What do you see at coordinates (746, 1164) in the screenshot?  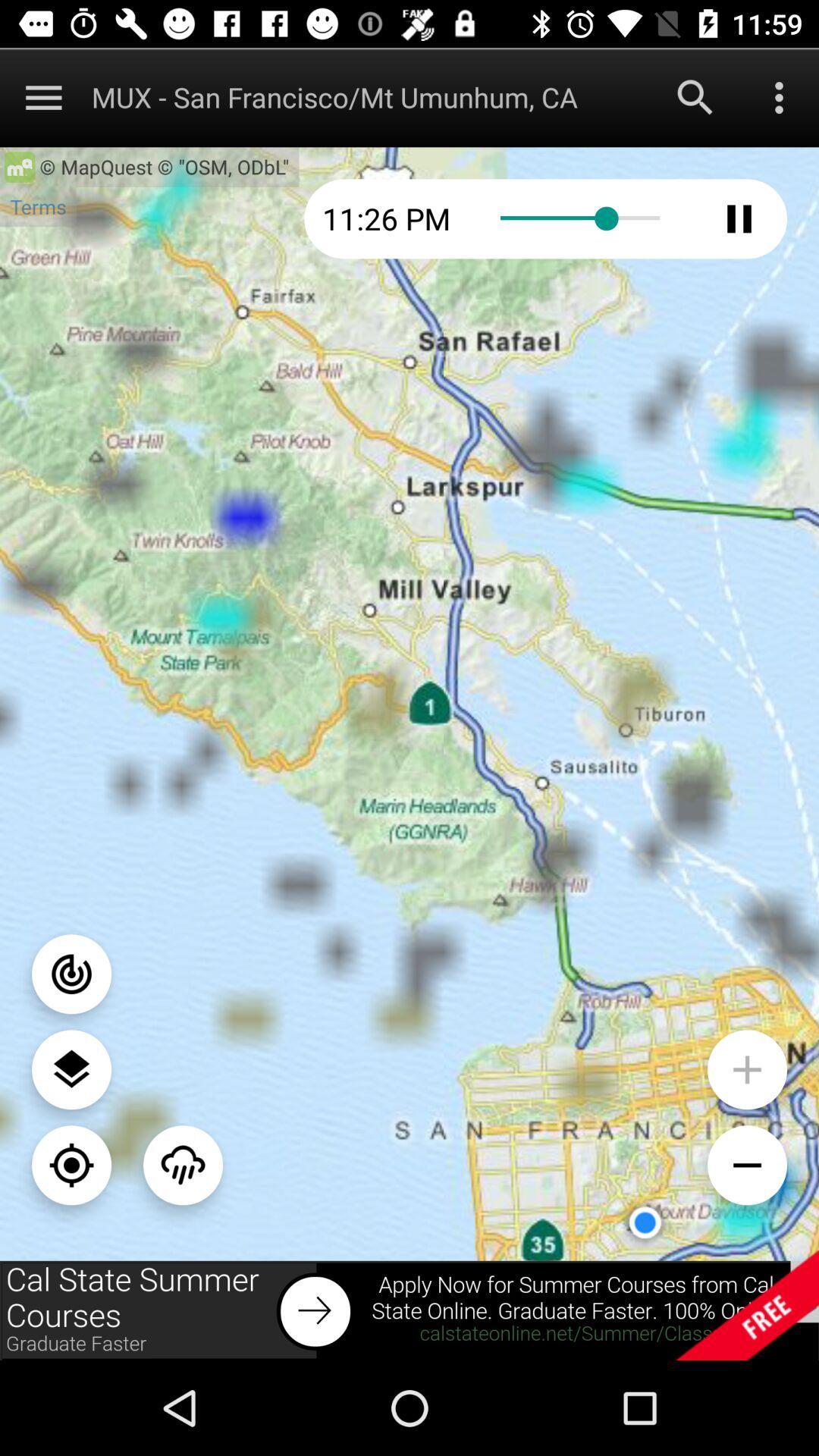 I see `zoom in` at bounding box center [746, 1164].